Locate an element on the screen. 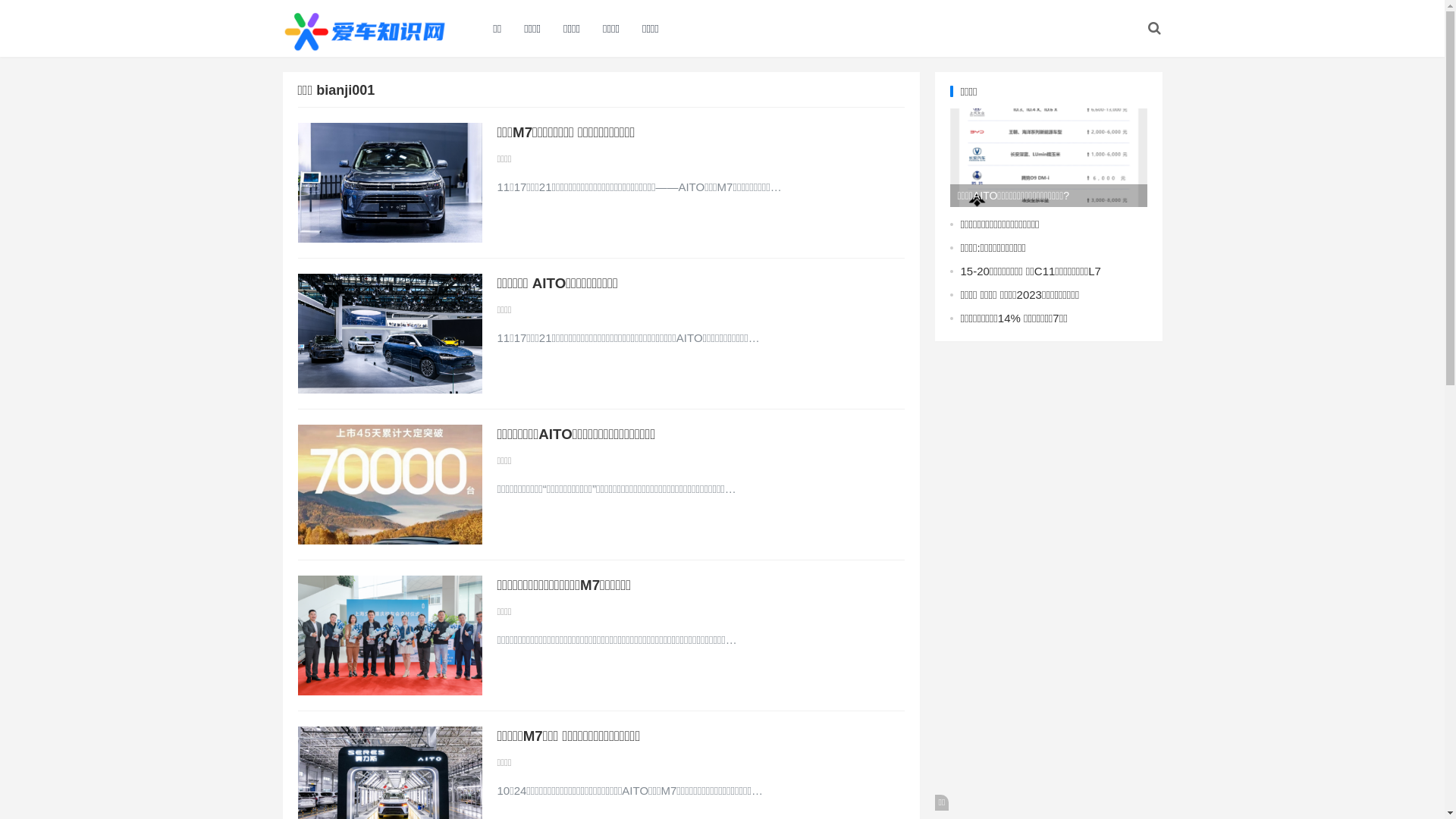 Image resolution: width=1456 pixels, height=819 pixels. 'Advertisement' is located at coordinates (1047, 583).